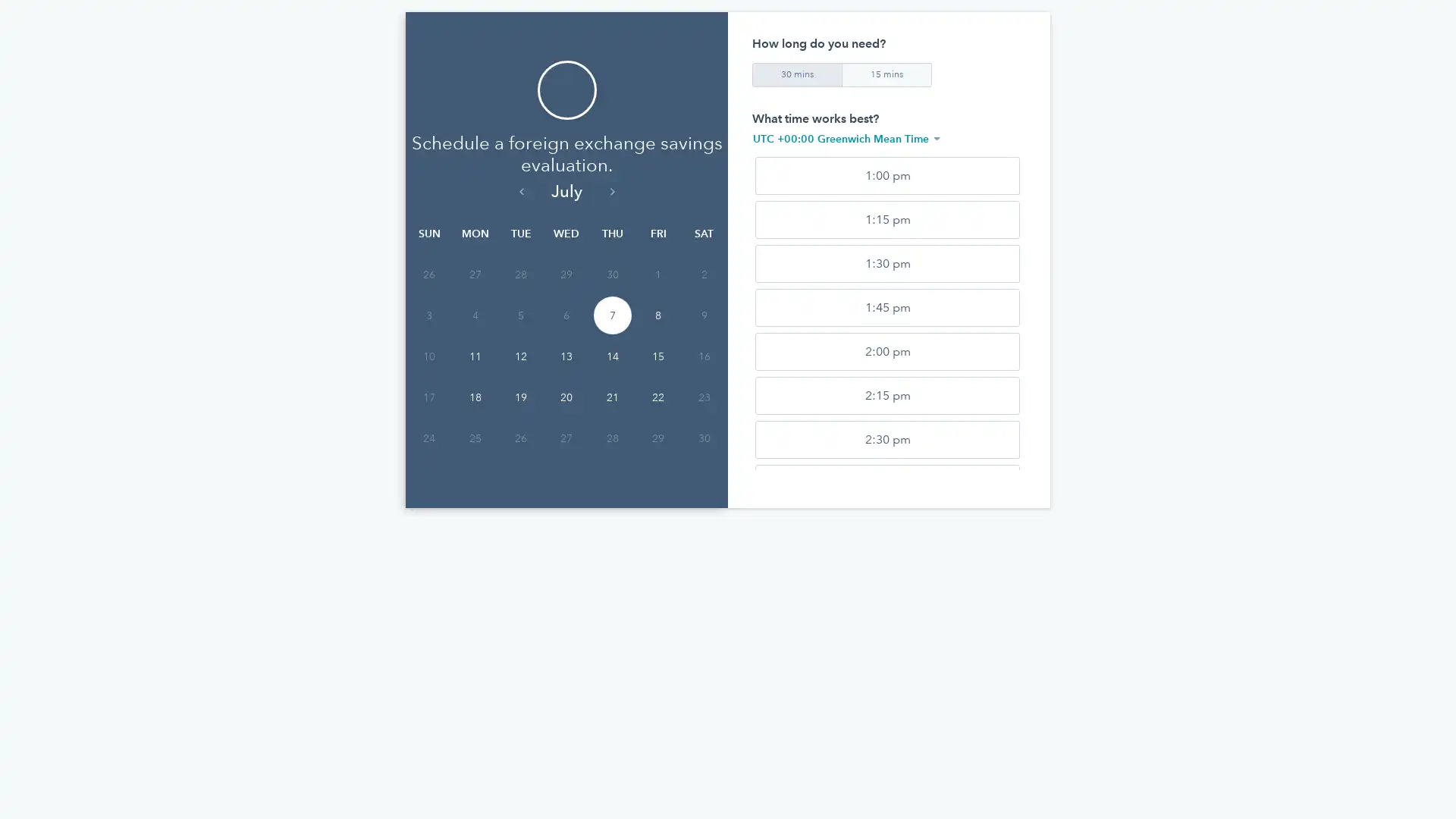 Image resolution: width=1456 pixels, height=819 pixels. Describe the element at coordinates (702, 397) in the screenshot. I see `July 23rd` at that location.